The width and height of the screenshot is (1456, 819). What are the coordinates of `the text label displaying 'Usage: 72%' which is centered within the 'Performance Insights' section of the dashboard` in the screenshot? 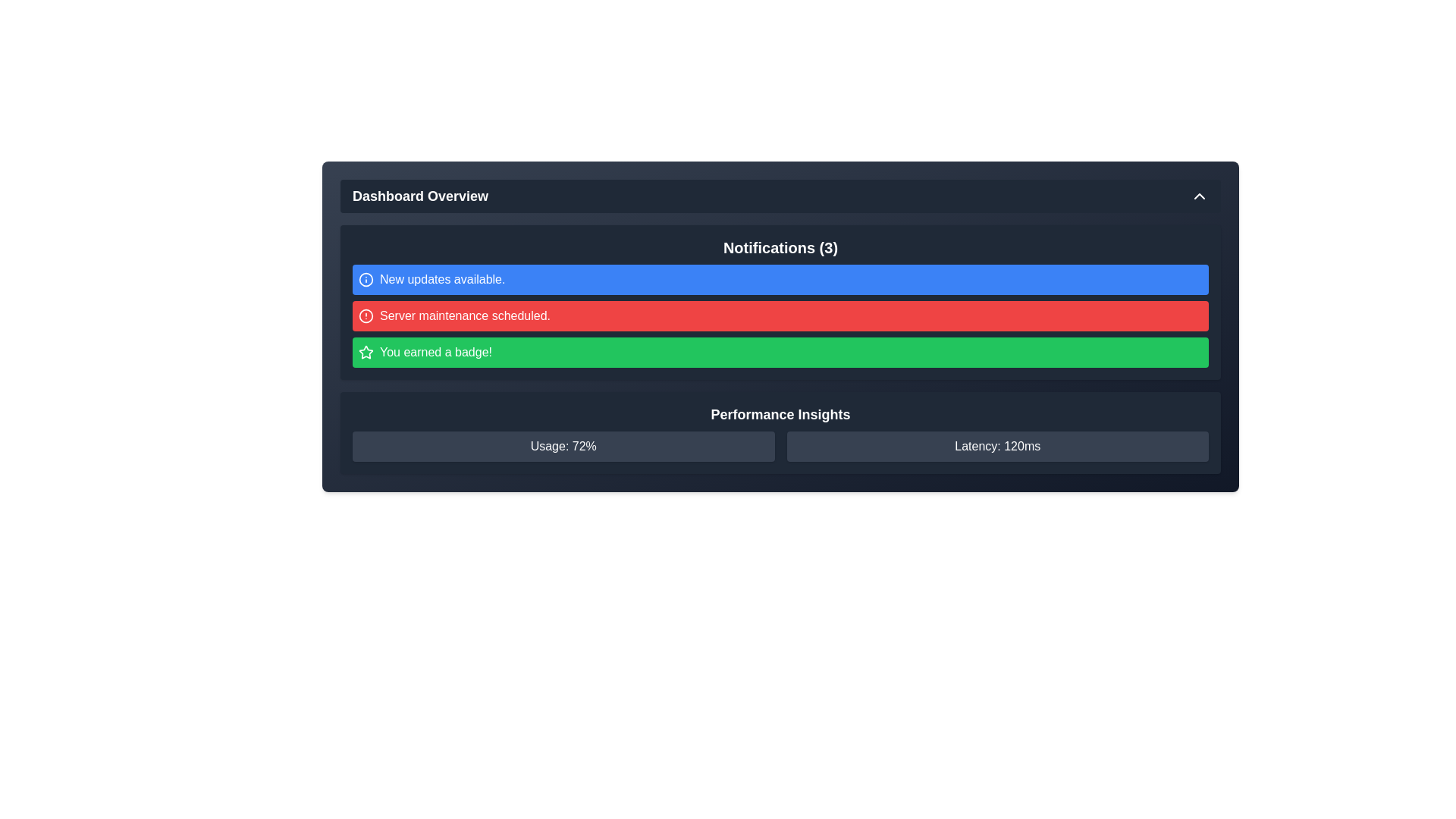 It's located at (563, 446).